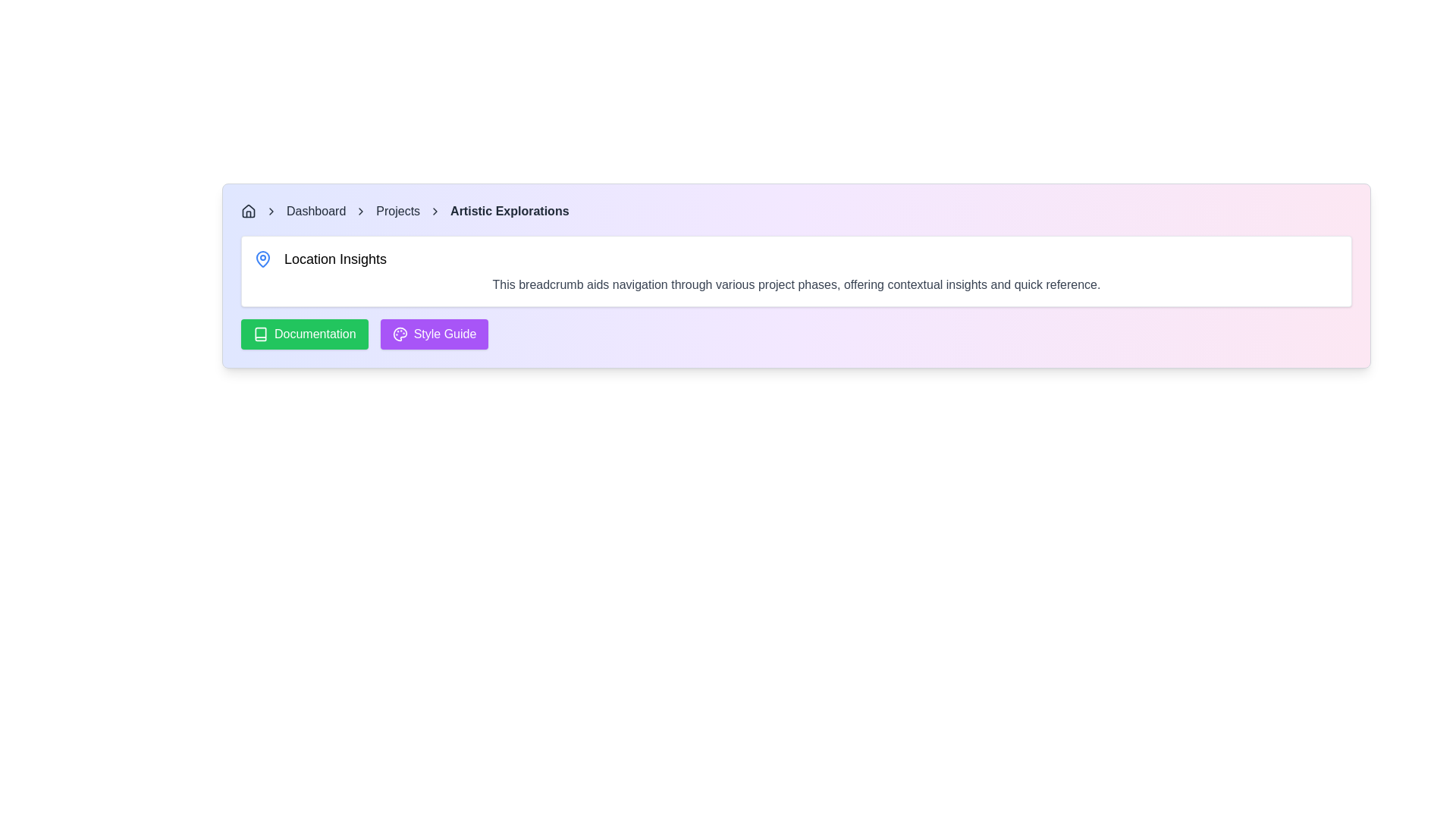  What do you see at coordinates (262, 257) in the screenshot?
I see `the map pin icon located centrally within the breadcrumb navigation bar, positioned between the breadcrumb navigation text and the title 'Location Insights'` at bounding box center [262, 257].